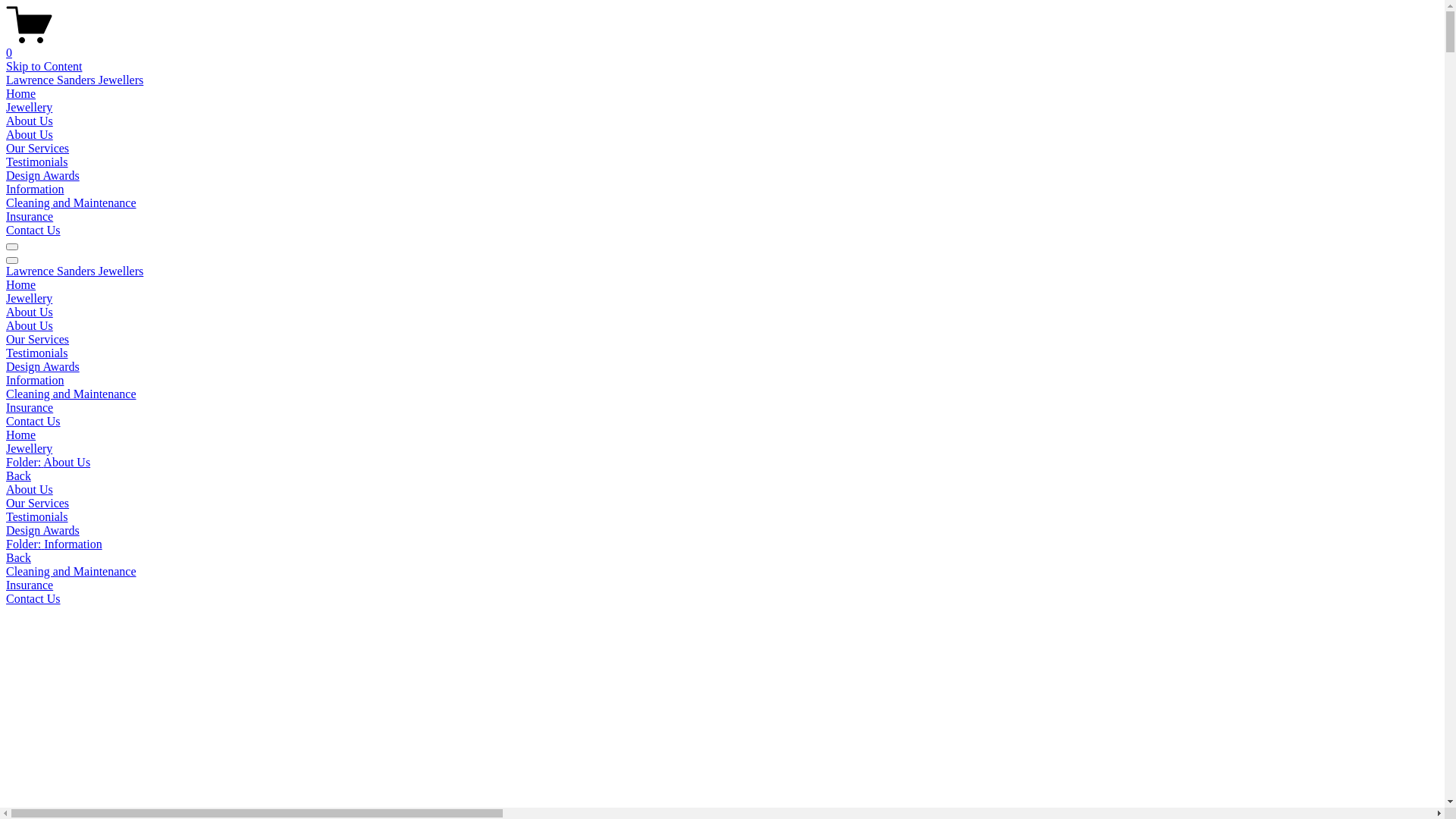  What do you see at coordinates (6, 529) in the screenshot?
I see `'Design Awards'` at bounding box center [6, 529].